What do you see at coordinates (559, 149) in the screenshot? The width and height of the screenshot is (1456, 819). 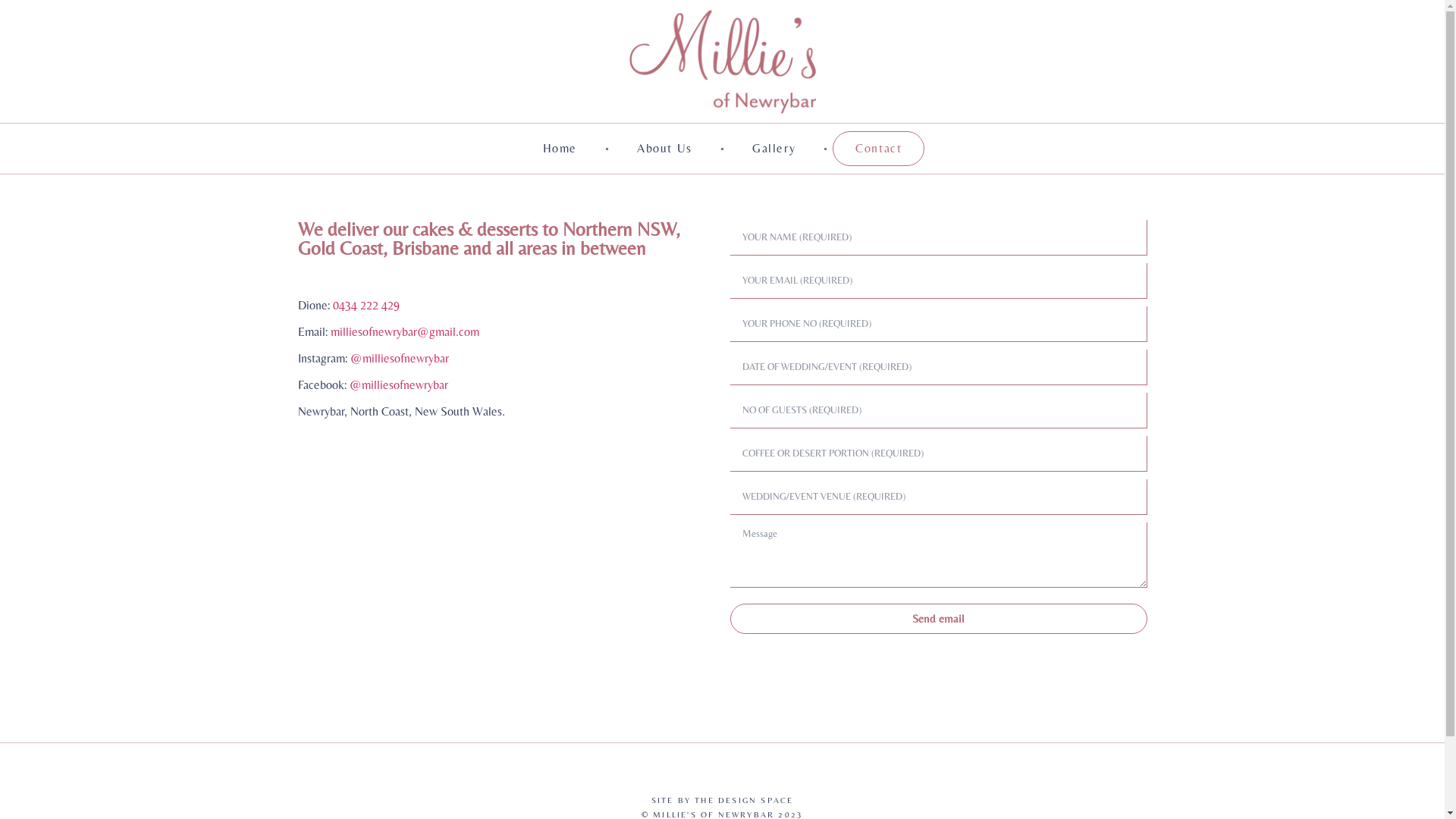 I see `'Home'` at bounding box center [559, 149].